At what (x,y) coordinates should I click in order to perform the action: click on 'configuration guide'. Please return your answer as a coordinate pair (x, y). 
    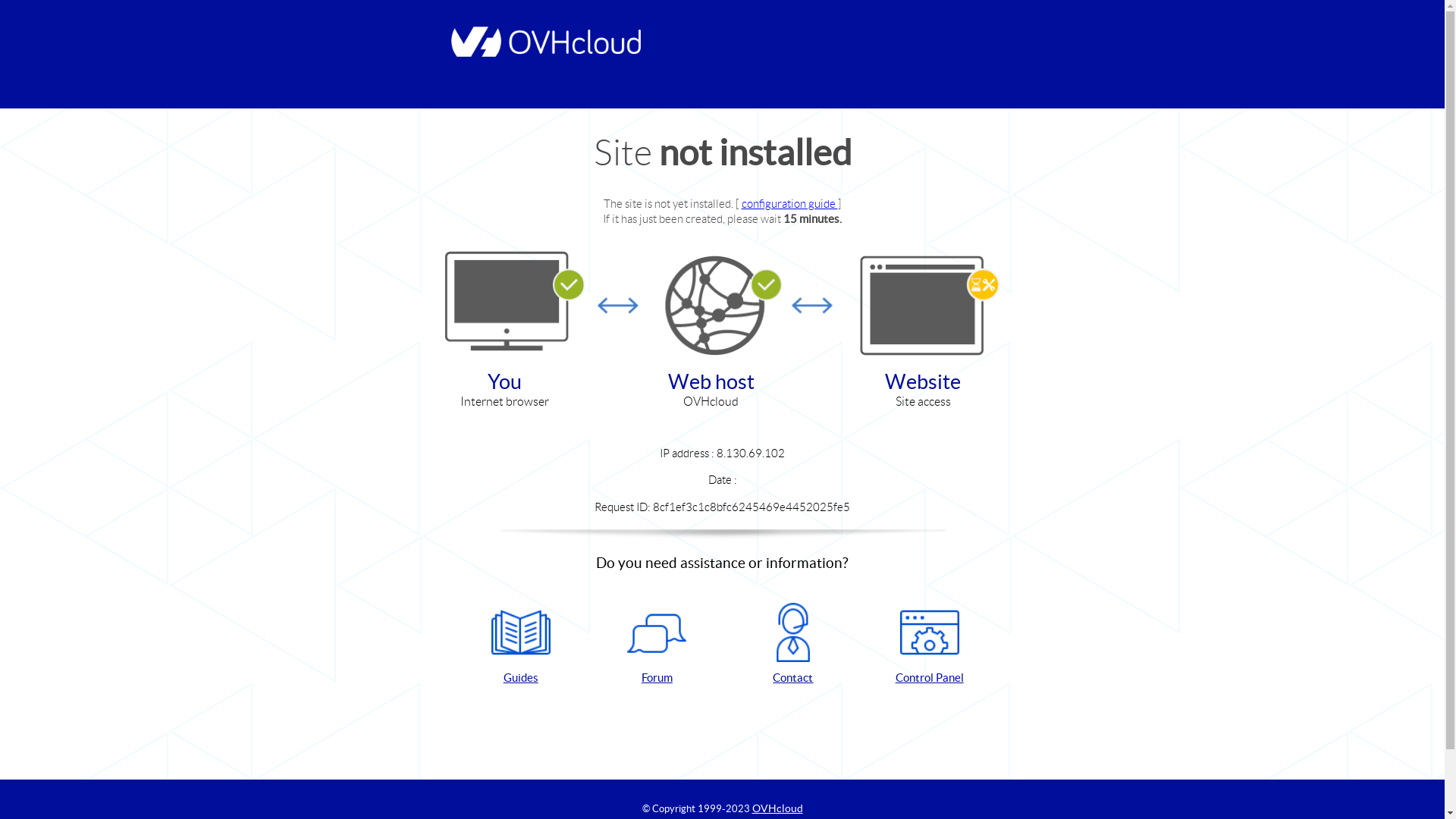
    Looking at the image, I should click on (789, 202).